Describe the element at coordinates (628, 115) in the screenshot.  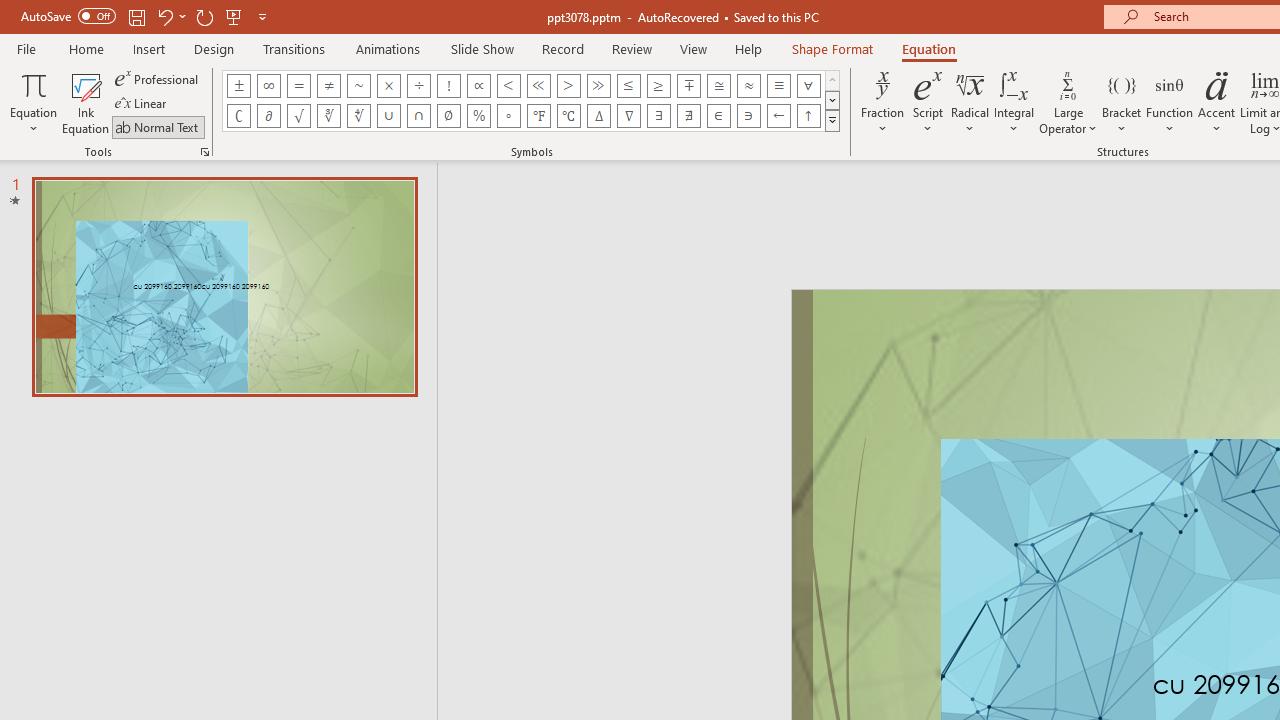
I see `'Equation Symbol Nabla'` at that location.